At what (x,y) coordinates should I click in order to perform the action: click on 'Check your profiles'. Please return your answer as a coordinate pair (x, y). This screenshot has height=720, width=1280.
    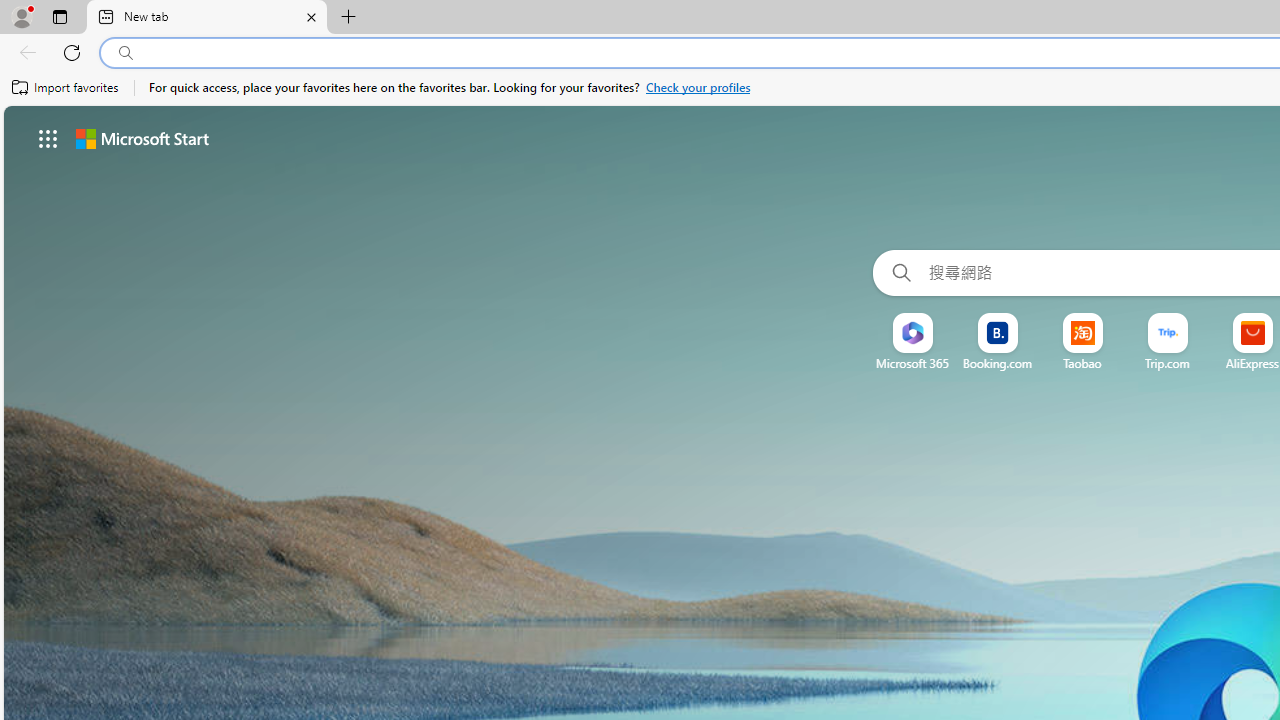
    Looking at the image, I should click on (698, 87).